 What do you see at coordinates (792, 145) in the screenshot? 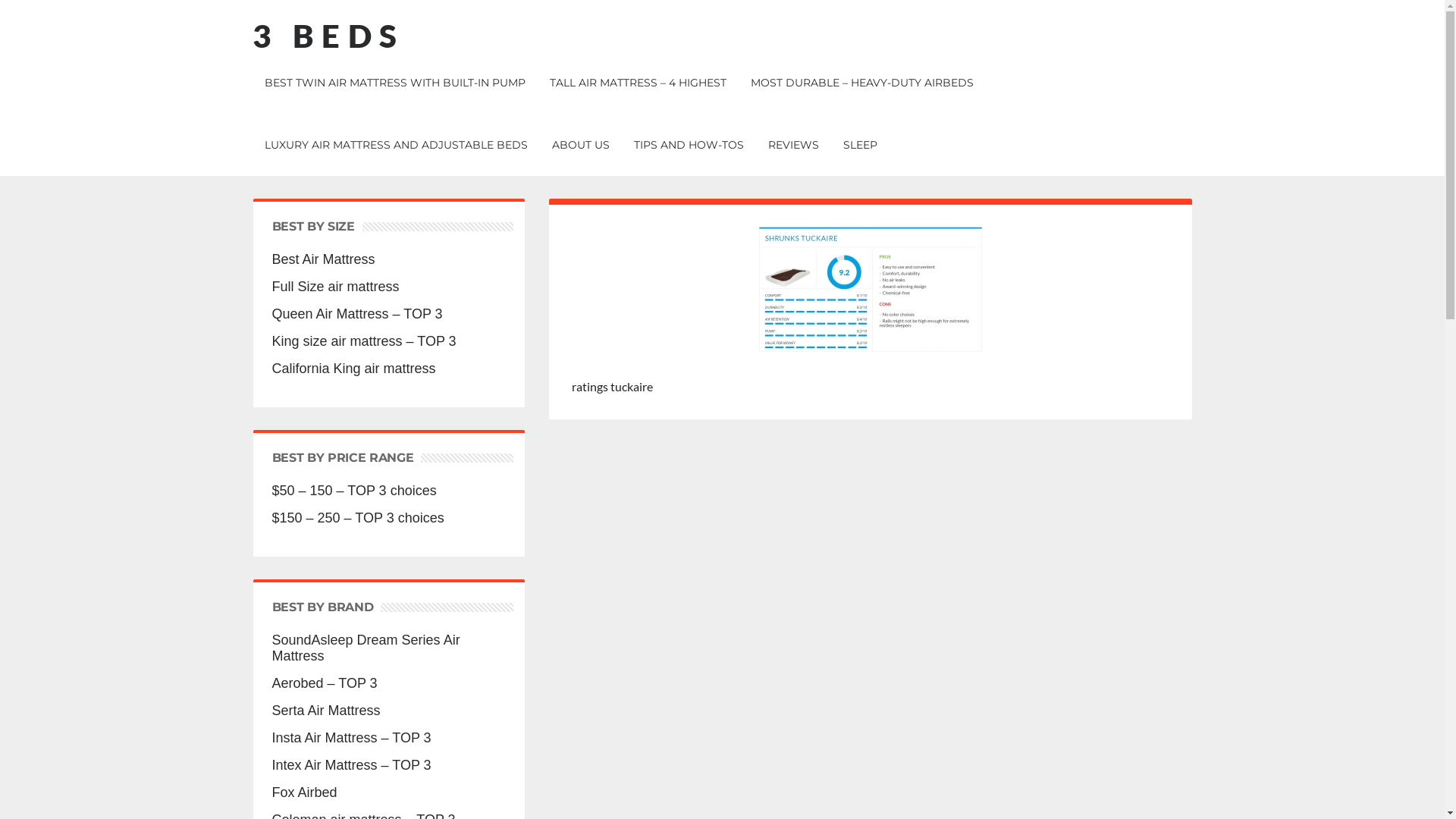
I see `'REVIEWS'` at bounding box center [792, 145].